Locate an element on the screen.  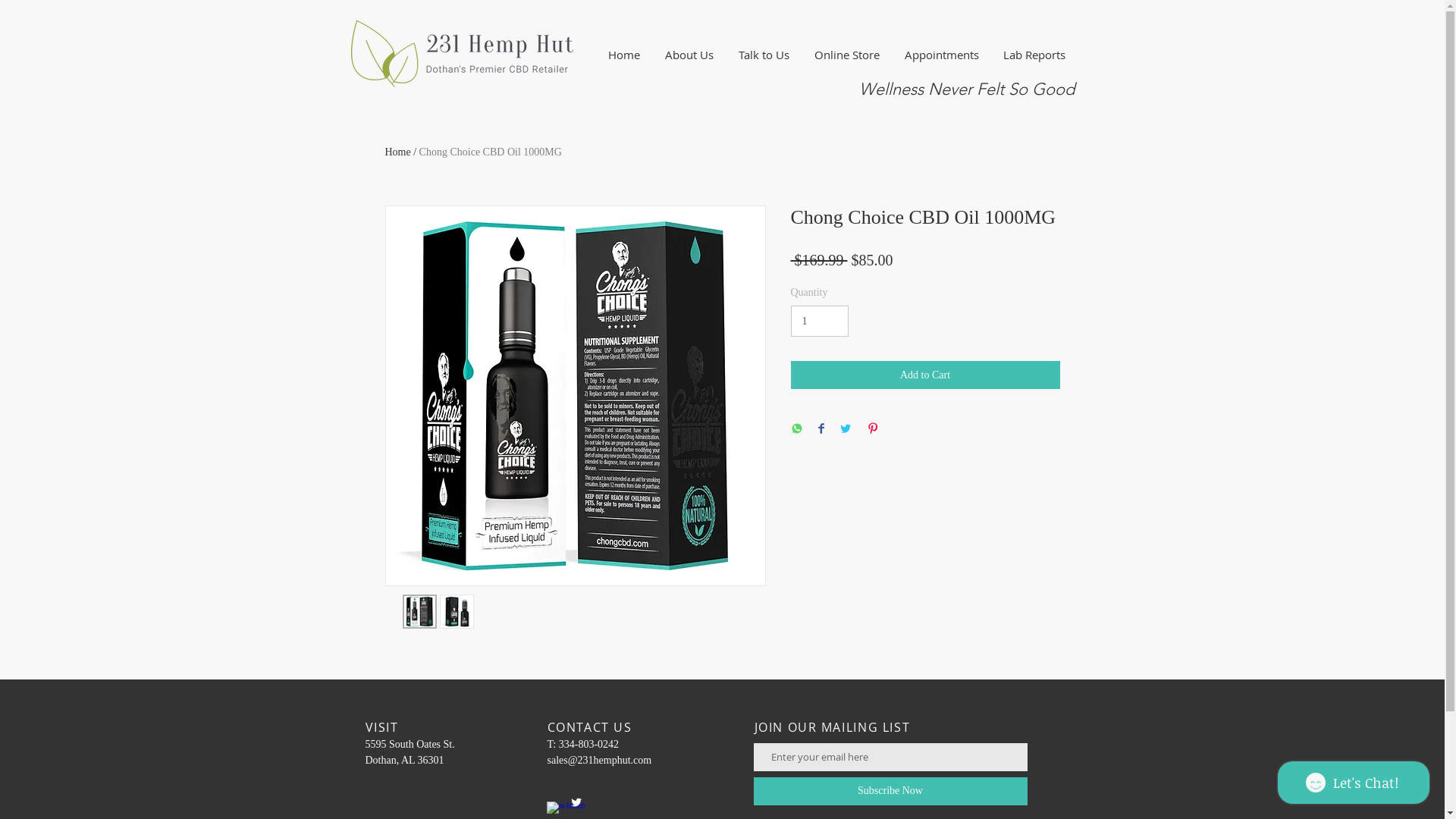
'Online Store' is located at coordinates (846, 54).